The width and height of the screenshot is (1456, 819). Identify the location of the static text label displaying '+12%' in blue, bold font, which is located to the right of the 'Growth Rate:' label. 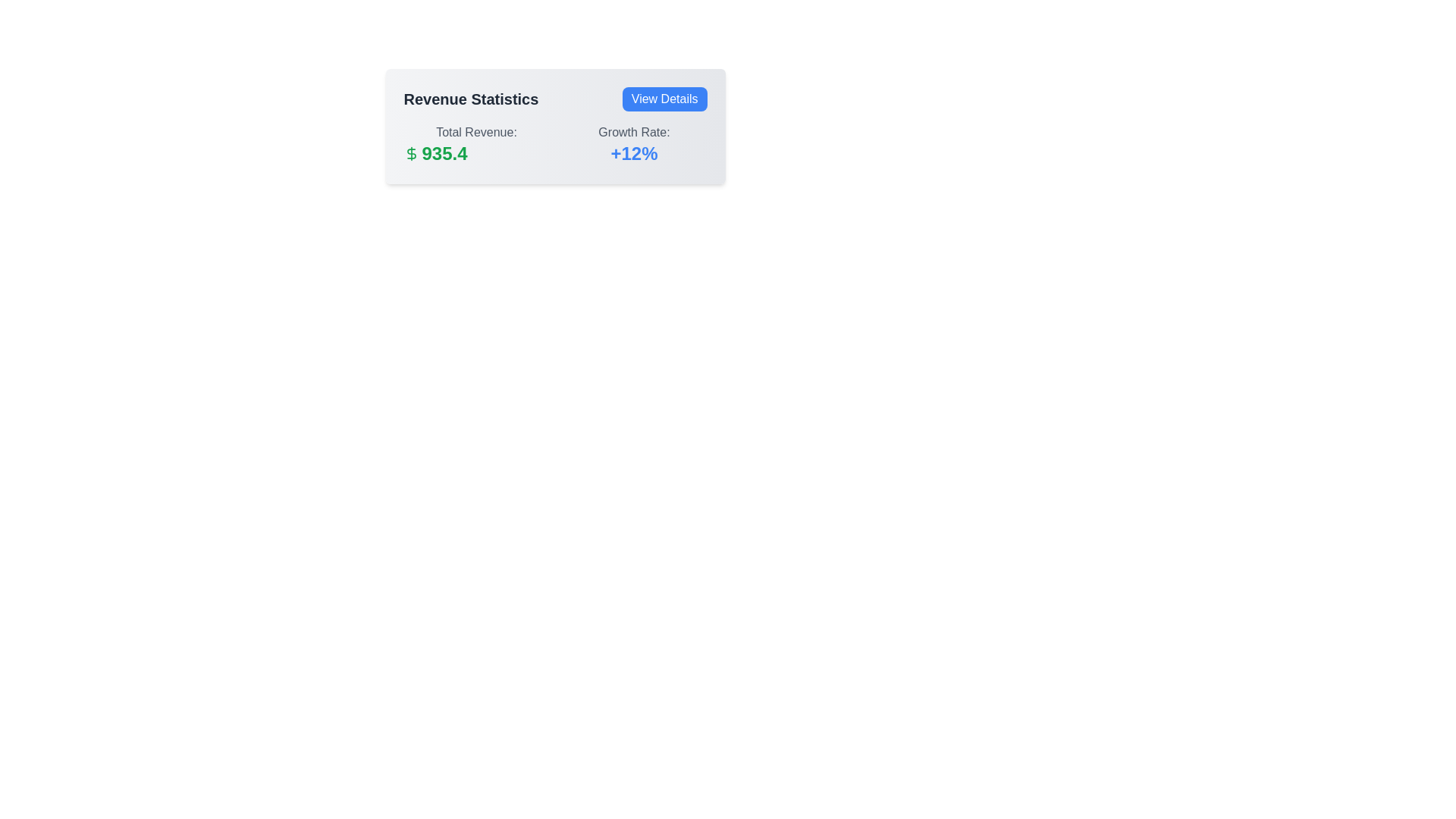
(634, 154).